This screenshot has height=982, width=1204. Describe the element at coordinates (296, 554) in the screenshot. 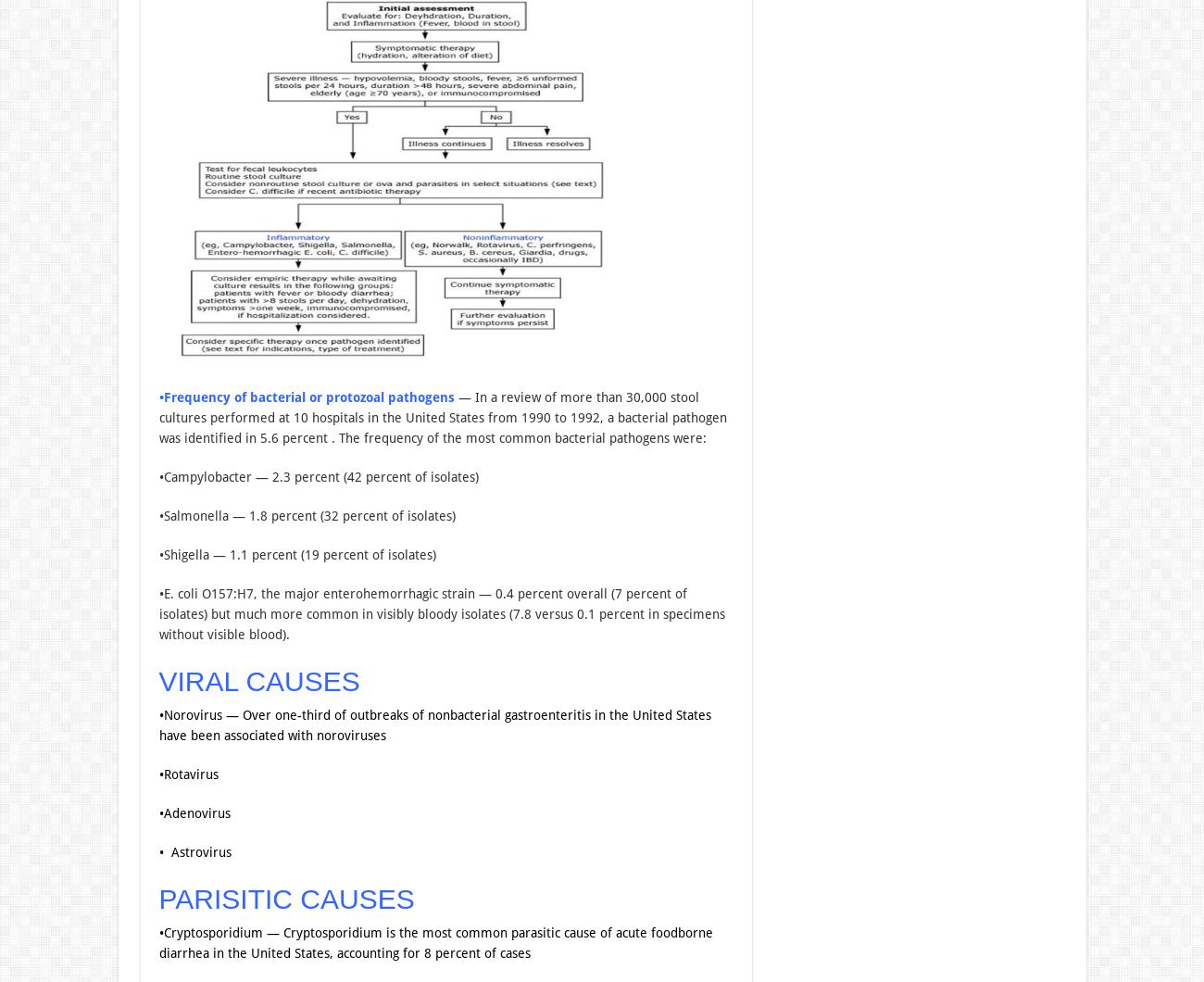

I see `'•Shigella — 1.1 percent (19 percent of isolates)'` at that location.